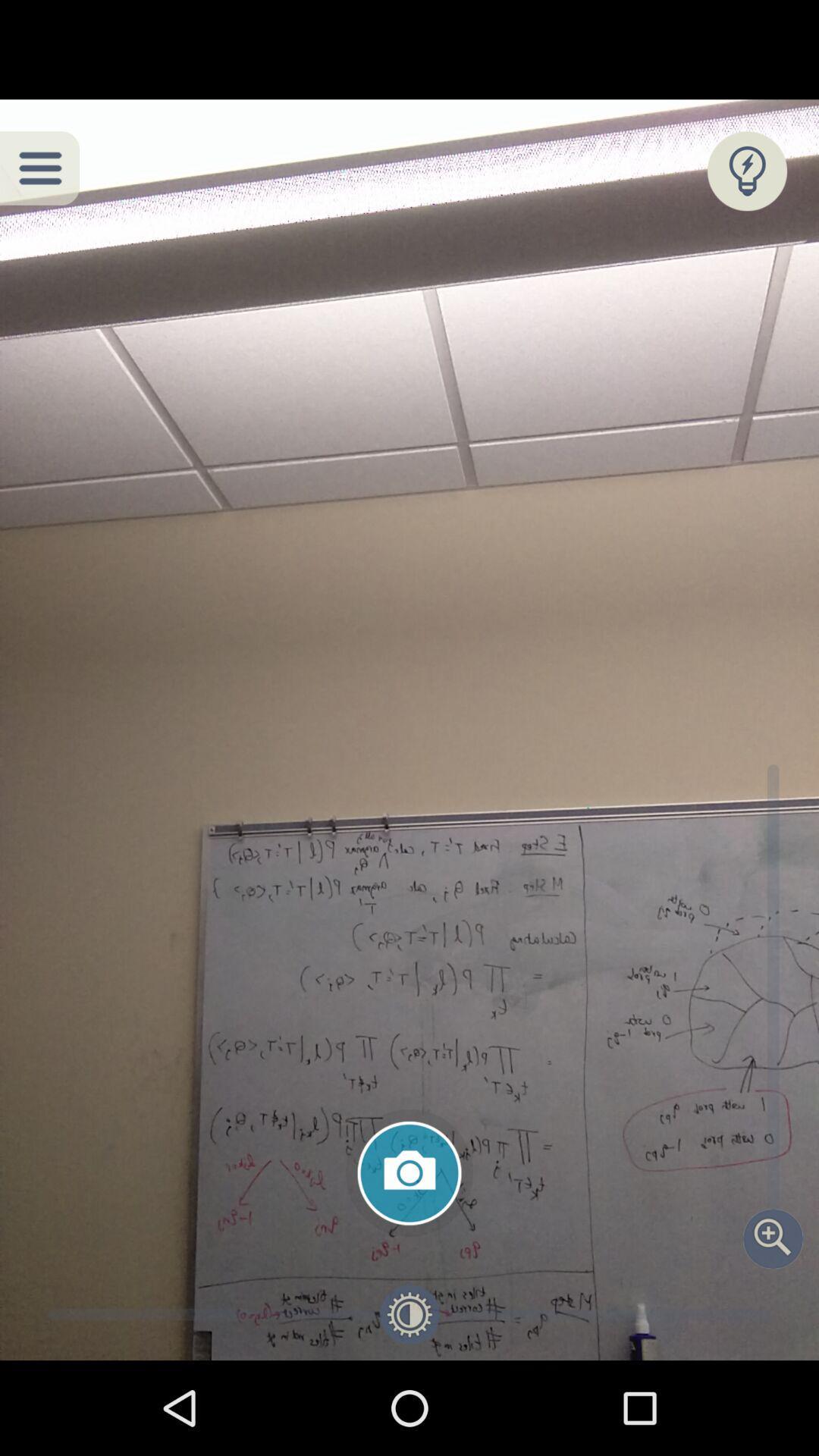 Image resolution: width=819 pixels, height=1456 pixels. Describe the element at coordinates (409, 1172) in the screenshot. I see `the photo icon` at that location.